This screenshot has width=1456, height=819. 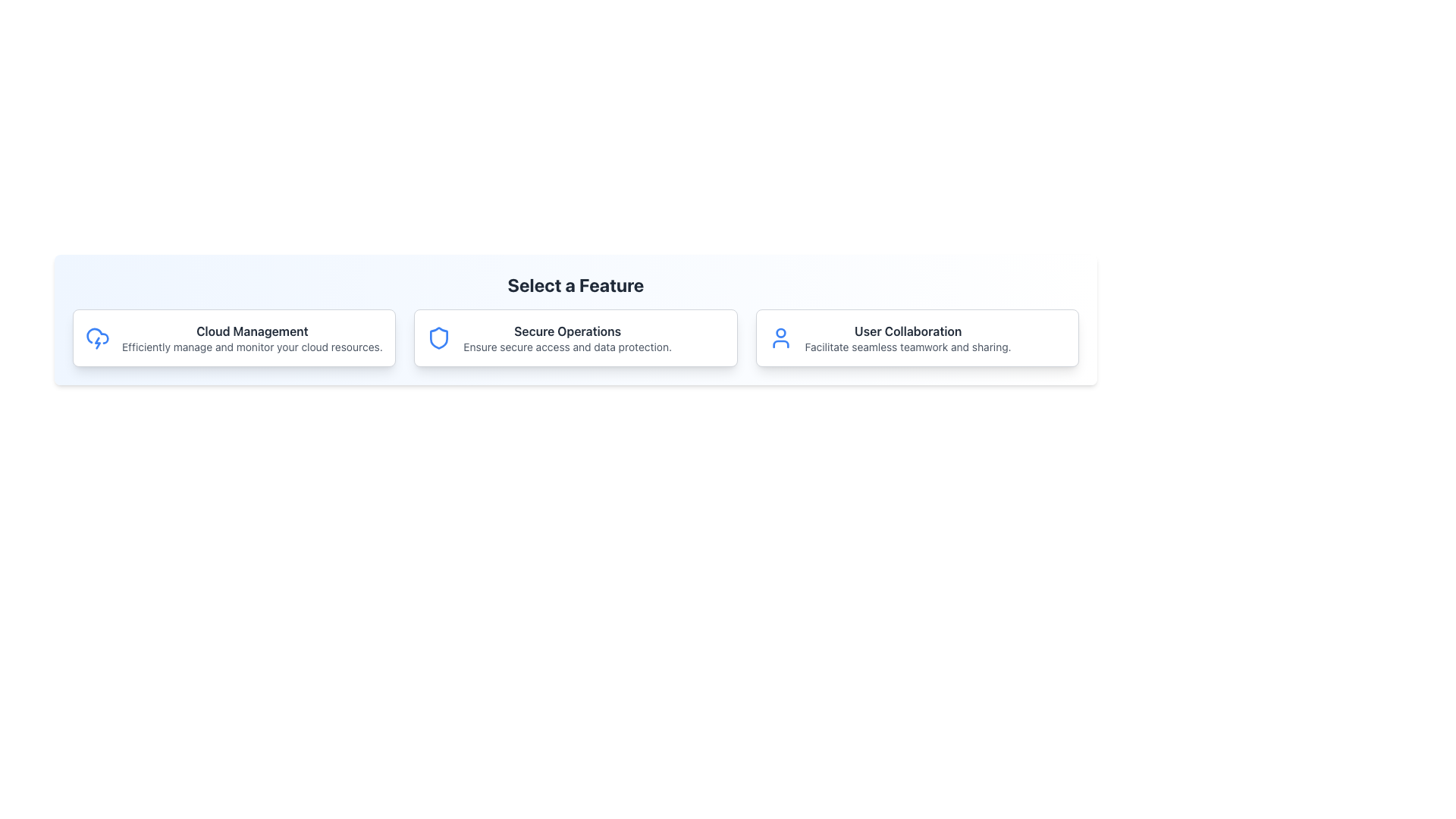 What do you see at coordinates (575, 337) in the screenshot?
I see `the 'Secure Operations' feature button, which is the second card from the left in a group of three cards, located centrally beneath the title 'Select a Feature'` at bounding box center [575, 337].